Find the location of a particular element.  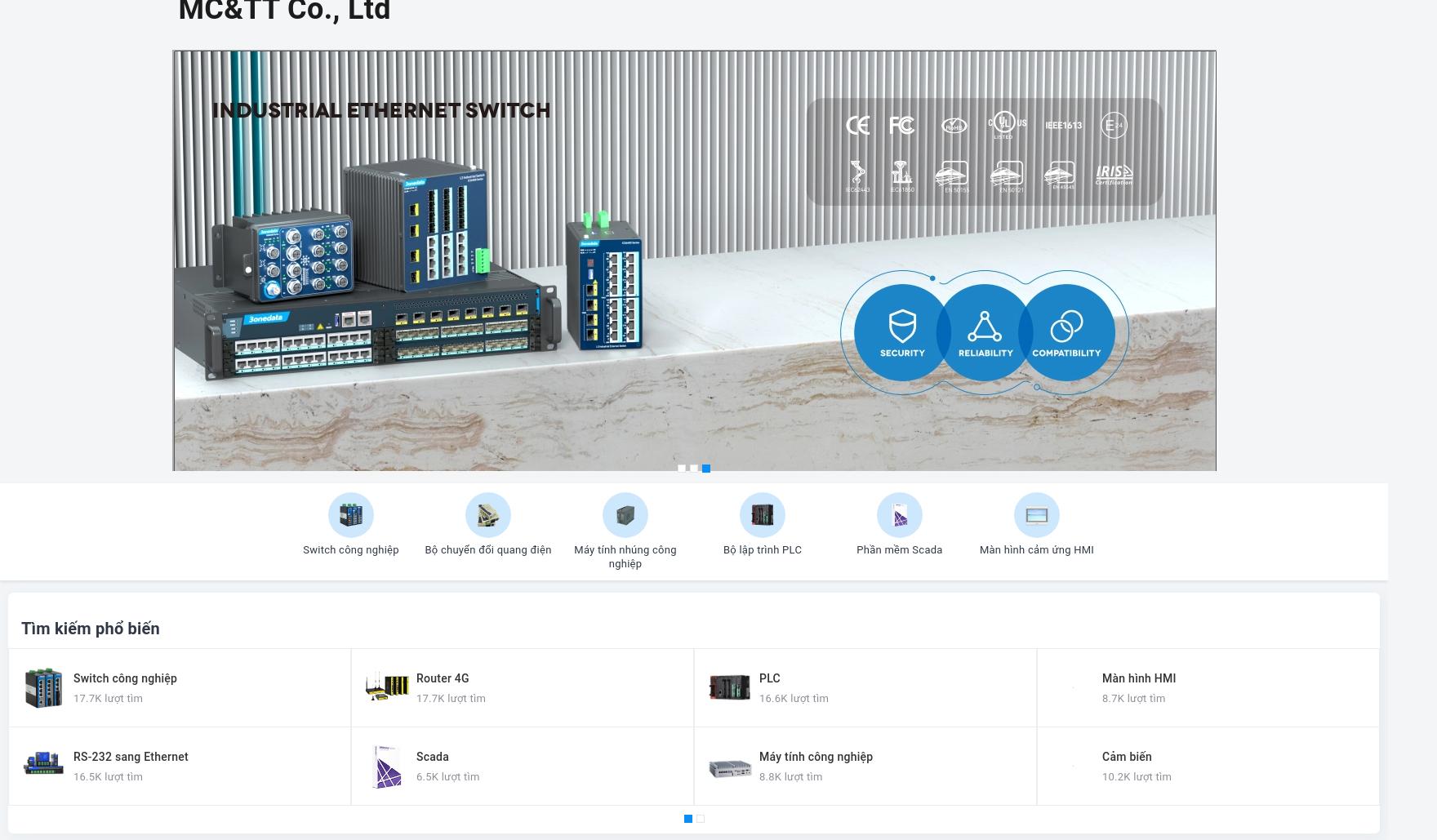

'Tìm kiếm phổ biến' is located at coordinates (90, 629).